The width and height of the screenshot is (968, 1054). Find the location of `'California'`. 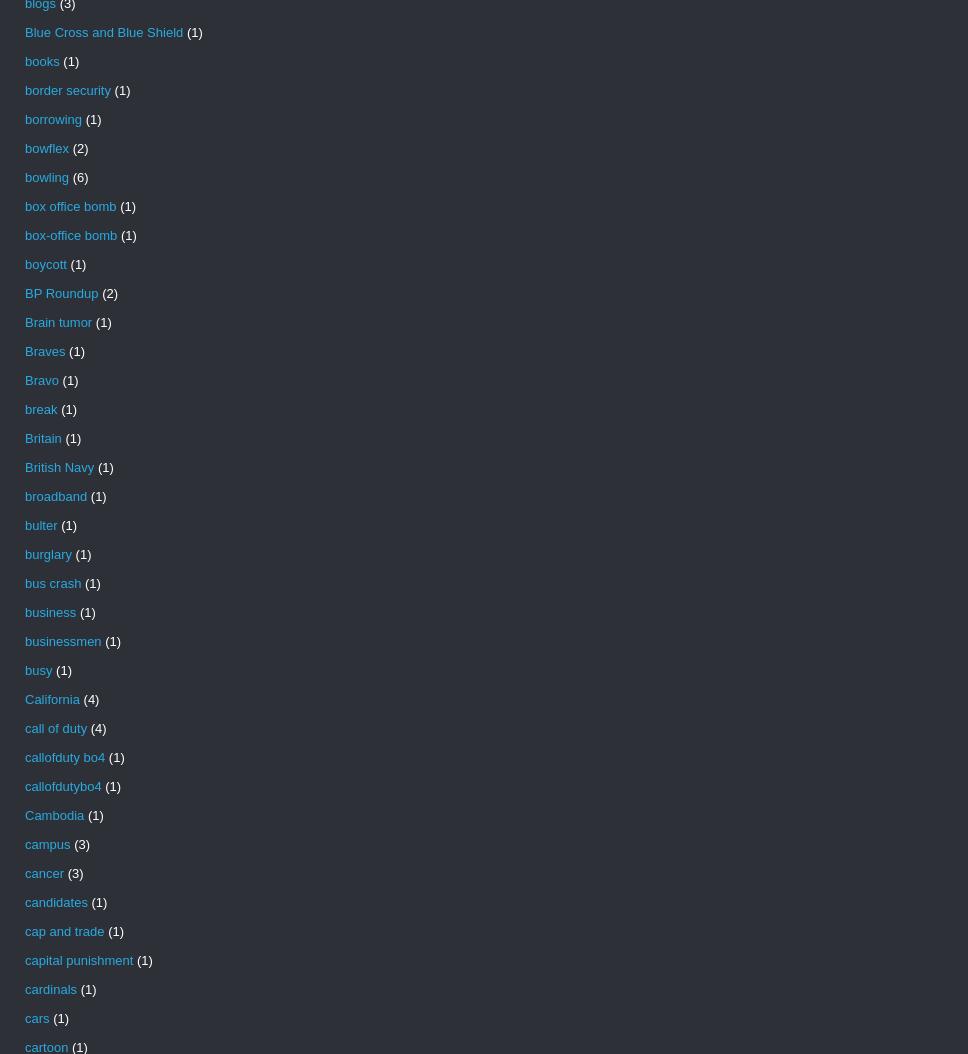

'California' is located at coordinates (50, 698).